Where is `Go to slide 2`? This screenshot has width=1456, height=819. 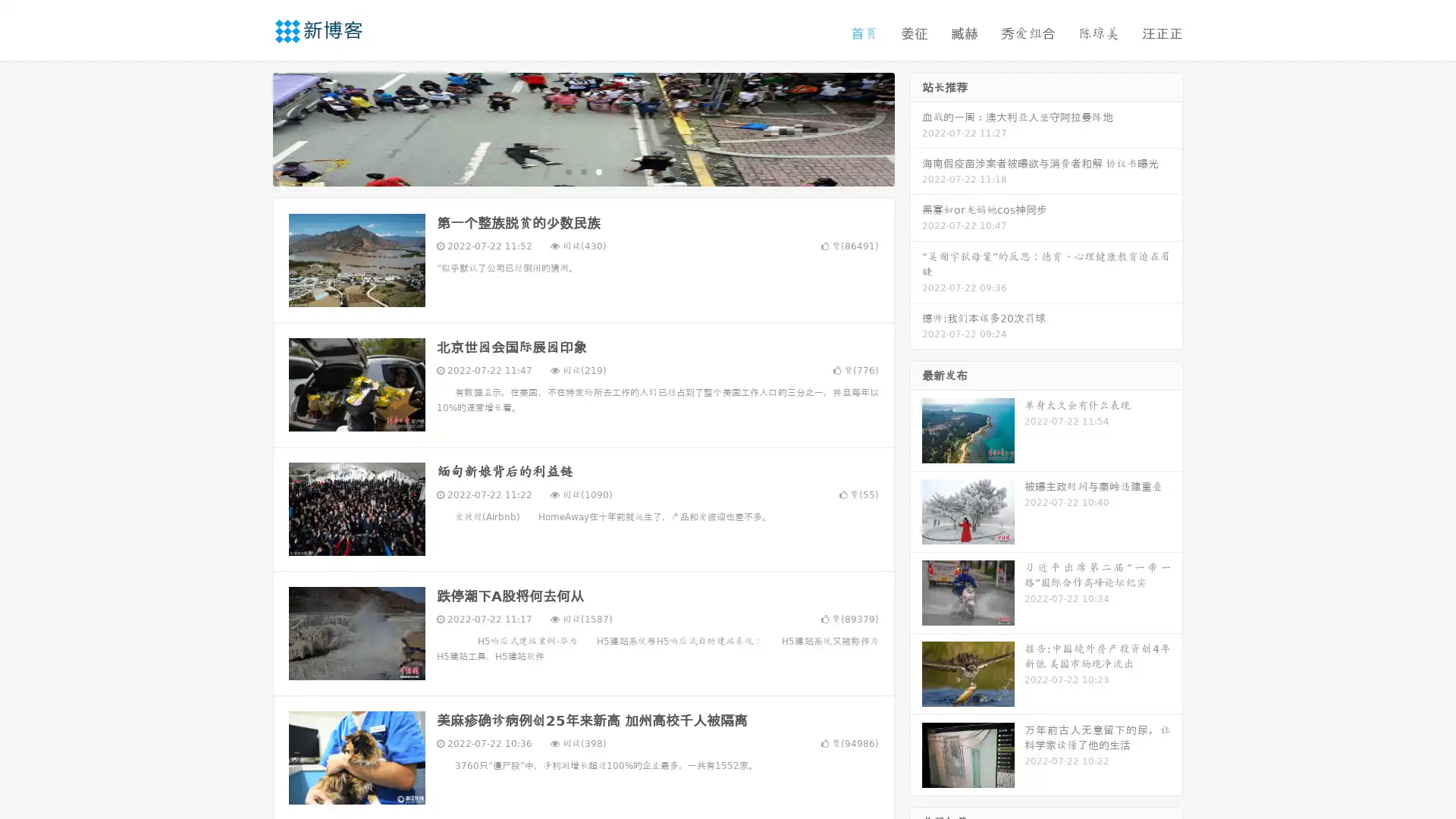 Go to slide 2 is located at coordinates (582, 171).